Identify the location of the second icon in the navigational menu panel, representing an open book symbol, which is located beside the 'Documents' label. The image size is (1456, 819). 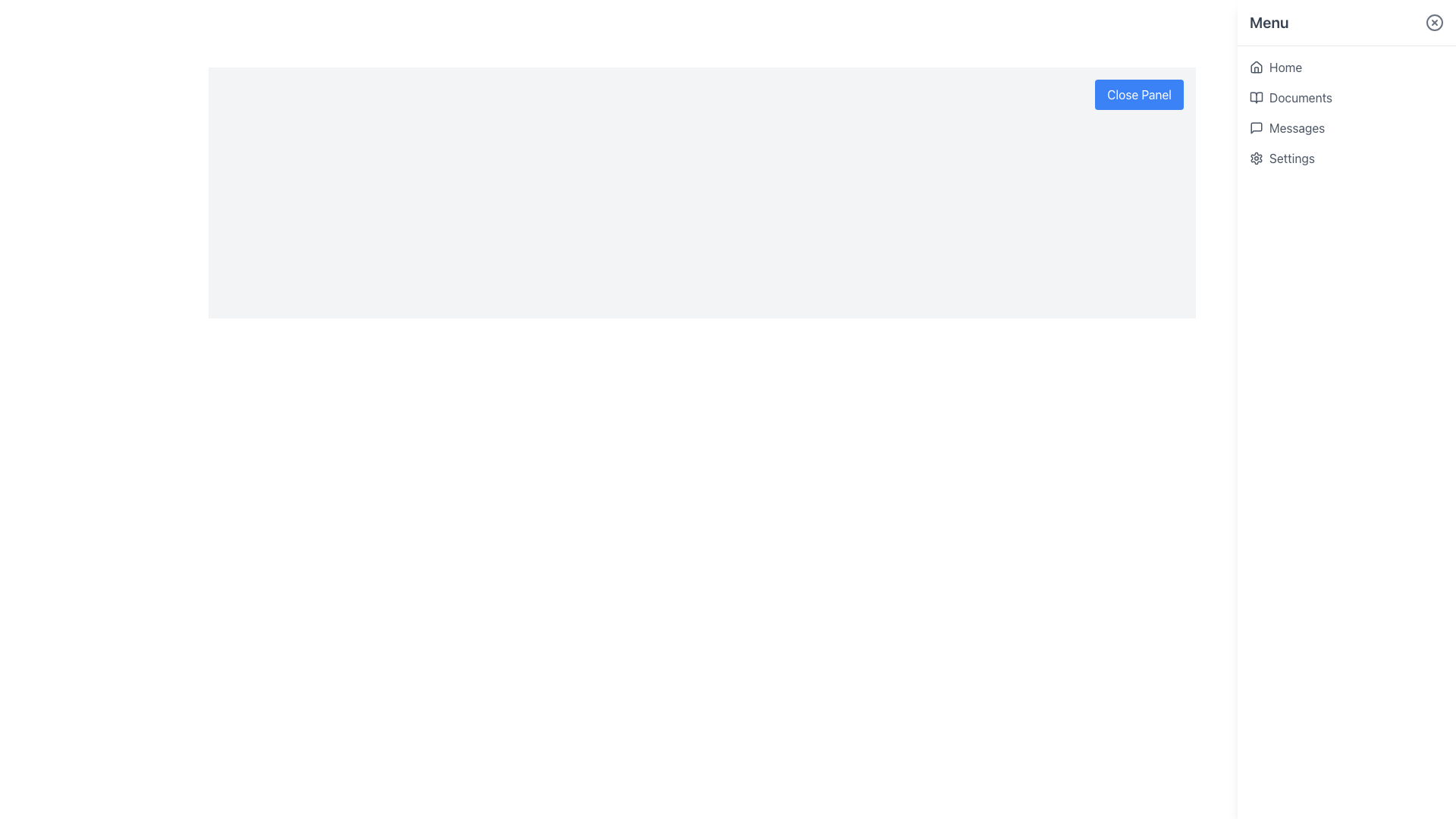
(1256, 97).